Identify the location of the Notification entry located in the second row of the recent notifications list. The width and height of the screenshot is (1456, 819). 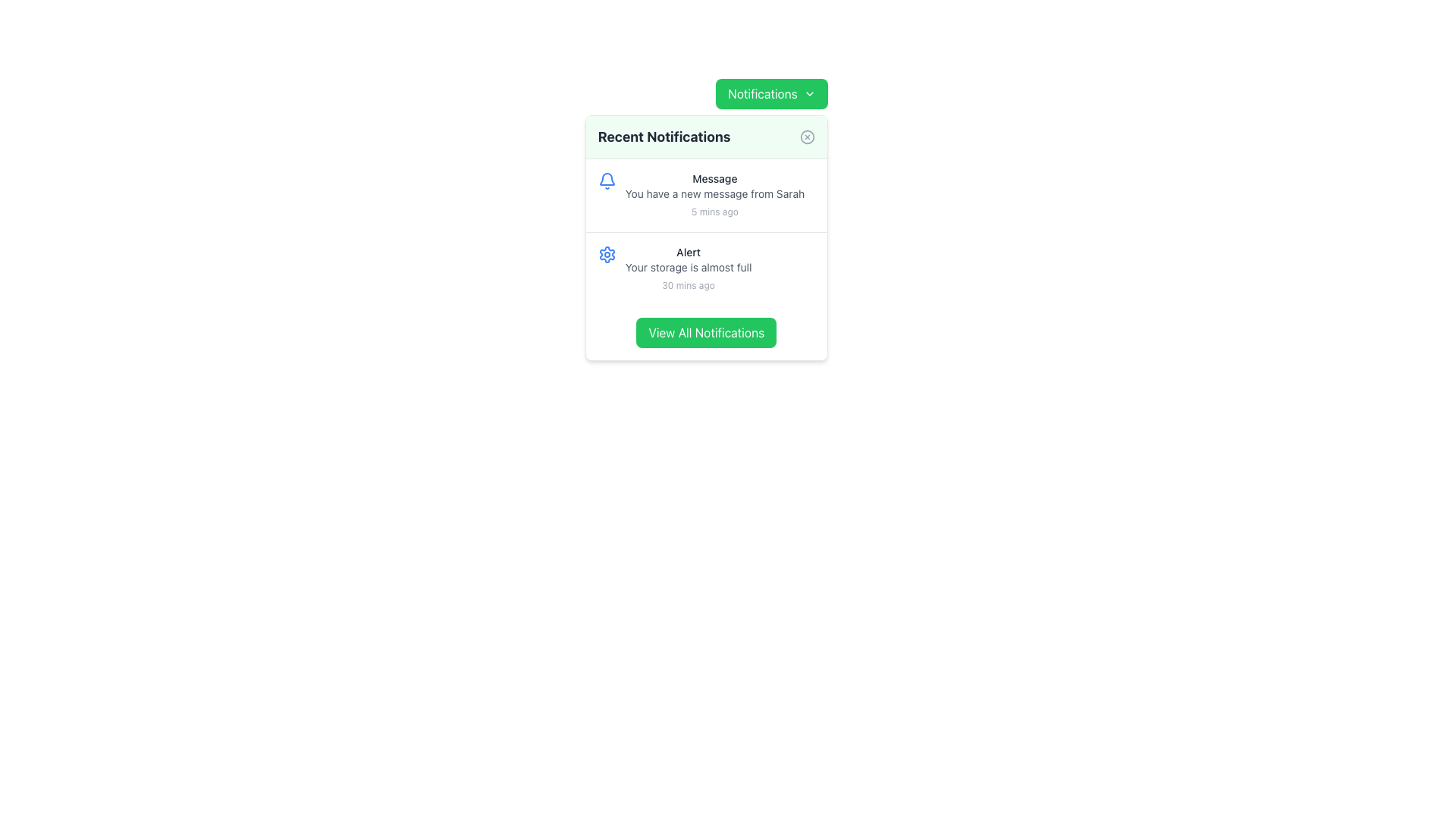
(688, 268).